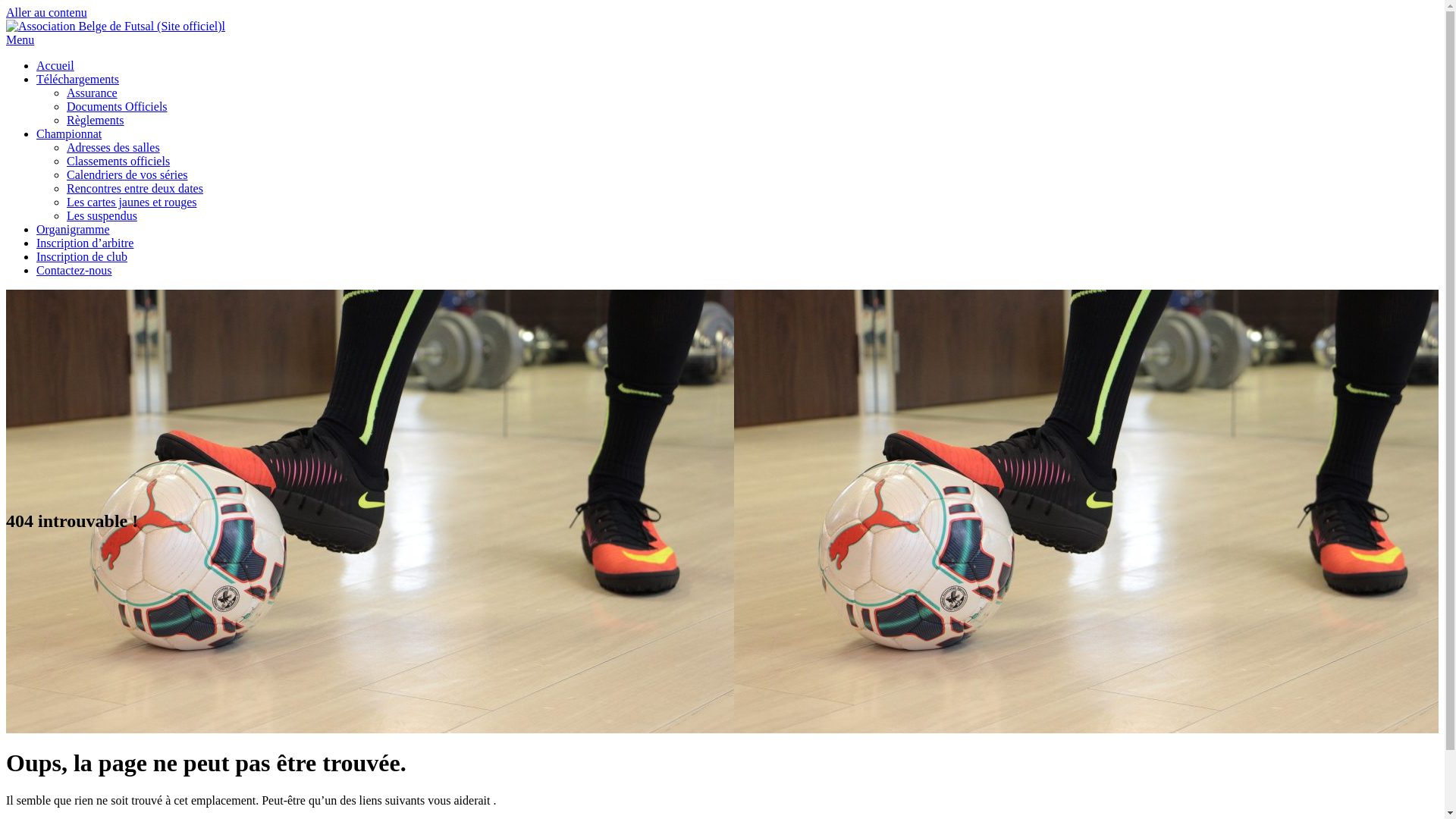  What do you see at coordinates (46, 12) in the screenshot?
I see `'Aller au contenu'` at bounding box center [46, 12].